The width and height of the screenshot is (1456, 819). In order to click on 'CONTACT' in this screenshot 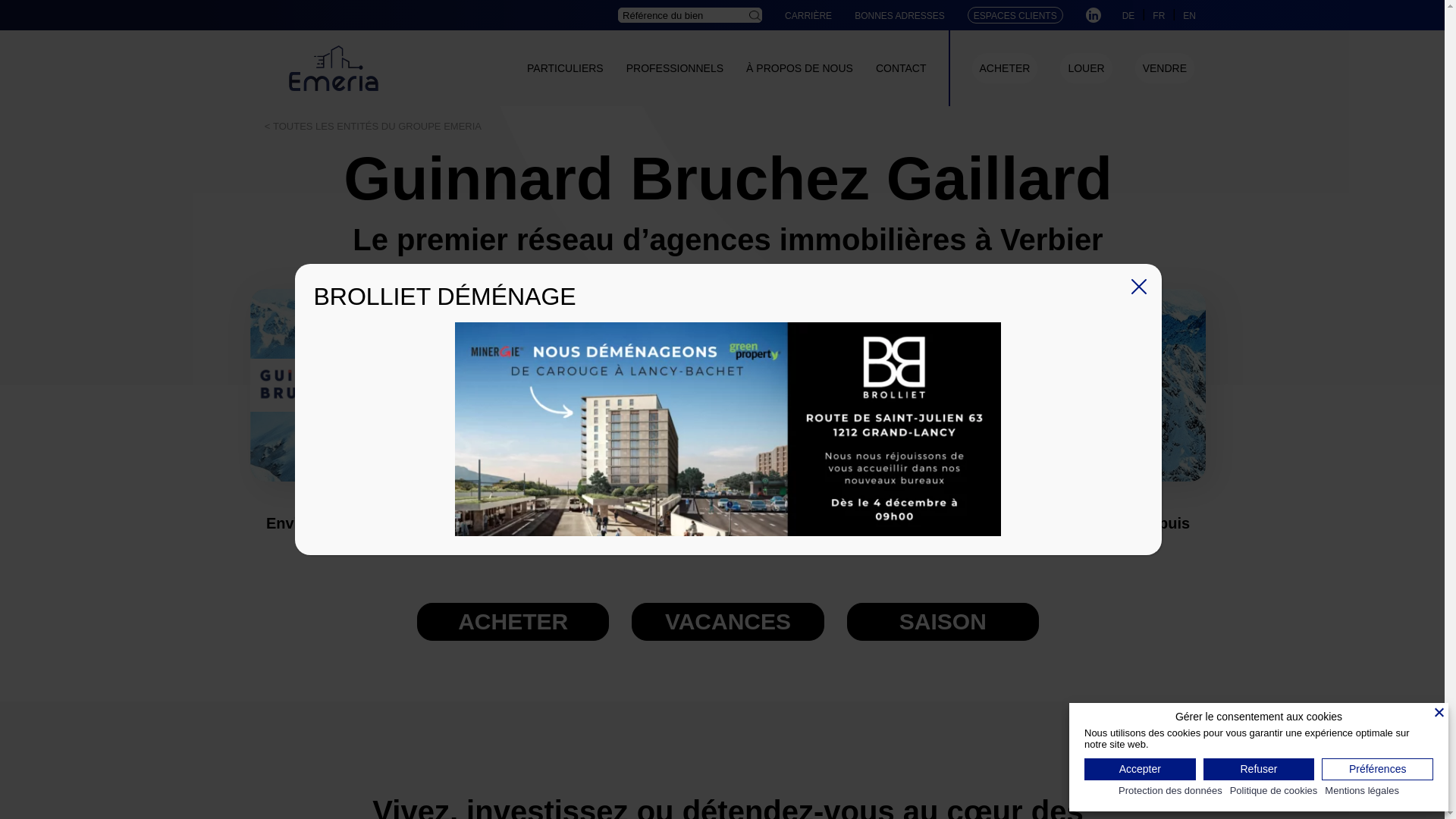, I will do `click(901, 67)`.